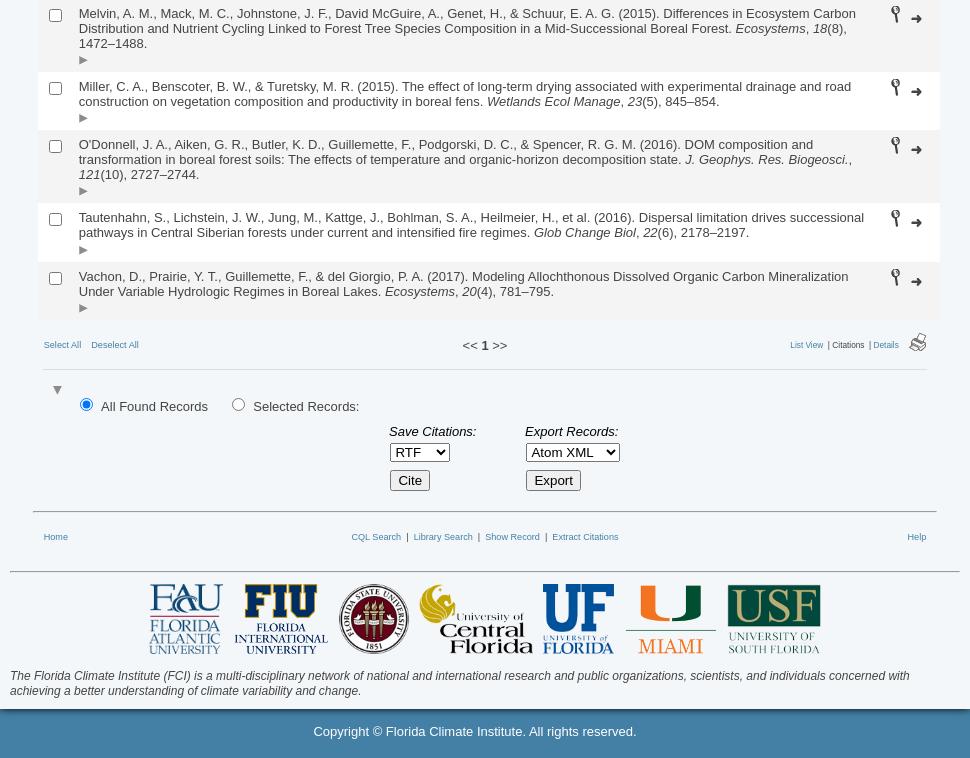  What do you see at coordinates (461, 283) in the screenshot?
I see `'Vachon, D., Prairie, Y. T., Guillemette, F., & del Giorgio, P. A. (2017). Modeling Allochthonous Dissolved Organic Carbon Mineralization Under Variable Hydrologic Regimes in Boreal Lakes.'` at bounding box center [461, 283].